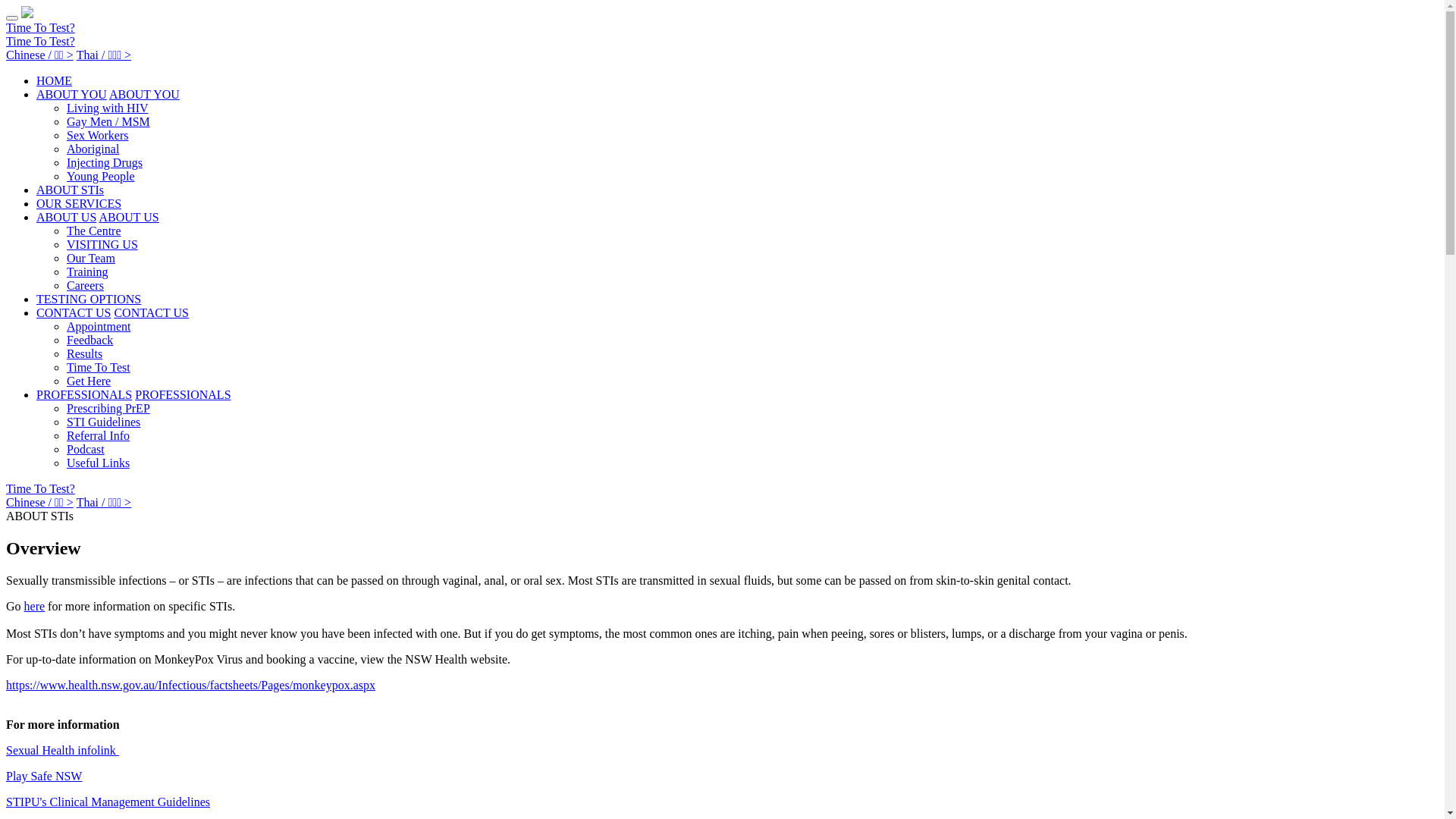 This screenshot has width=1456, height=819. Describe the element at coordinates (54, 80) in the screenshot. I see `'HOME'` at that location.